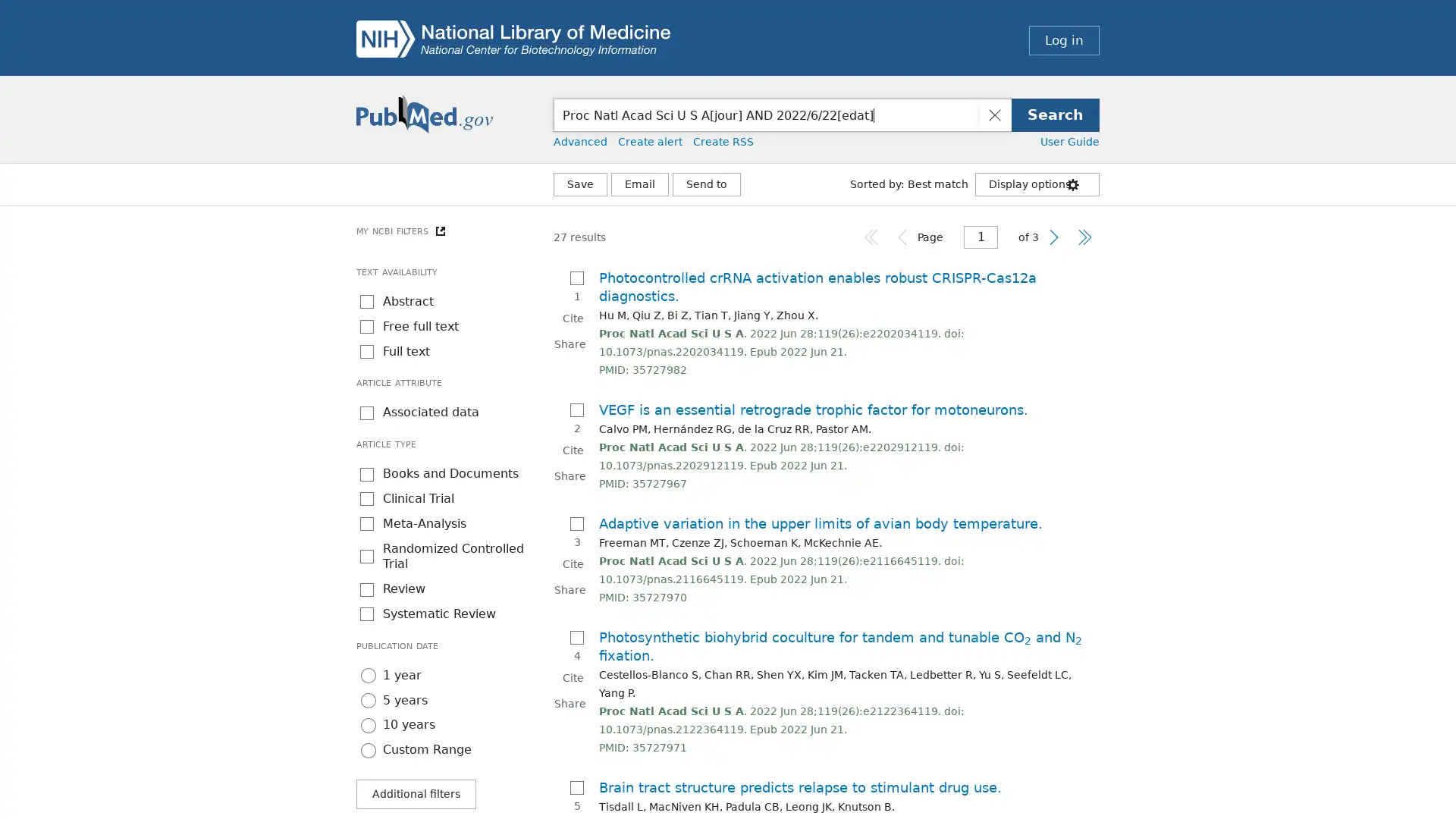 The width and height of the screenshot is (1456, 819). What do you see at coordinates (1084, 237) in the screenshot?
I see `Navigates to the last page of results.` at bounding box center [1084, 237].